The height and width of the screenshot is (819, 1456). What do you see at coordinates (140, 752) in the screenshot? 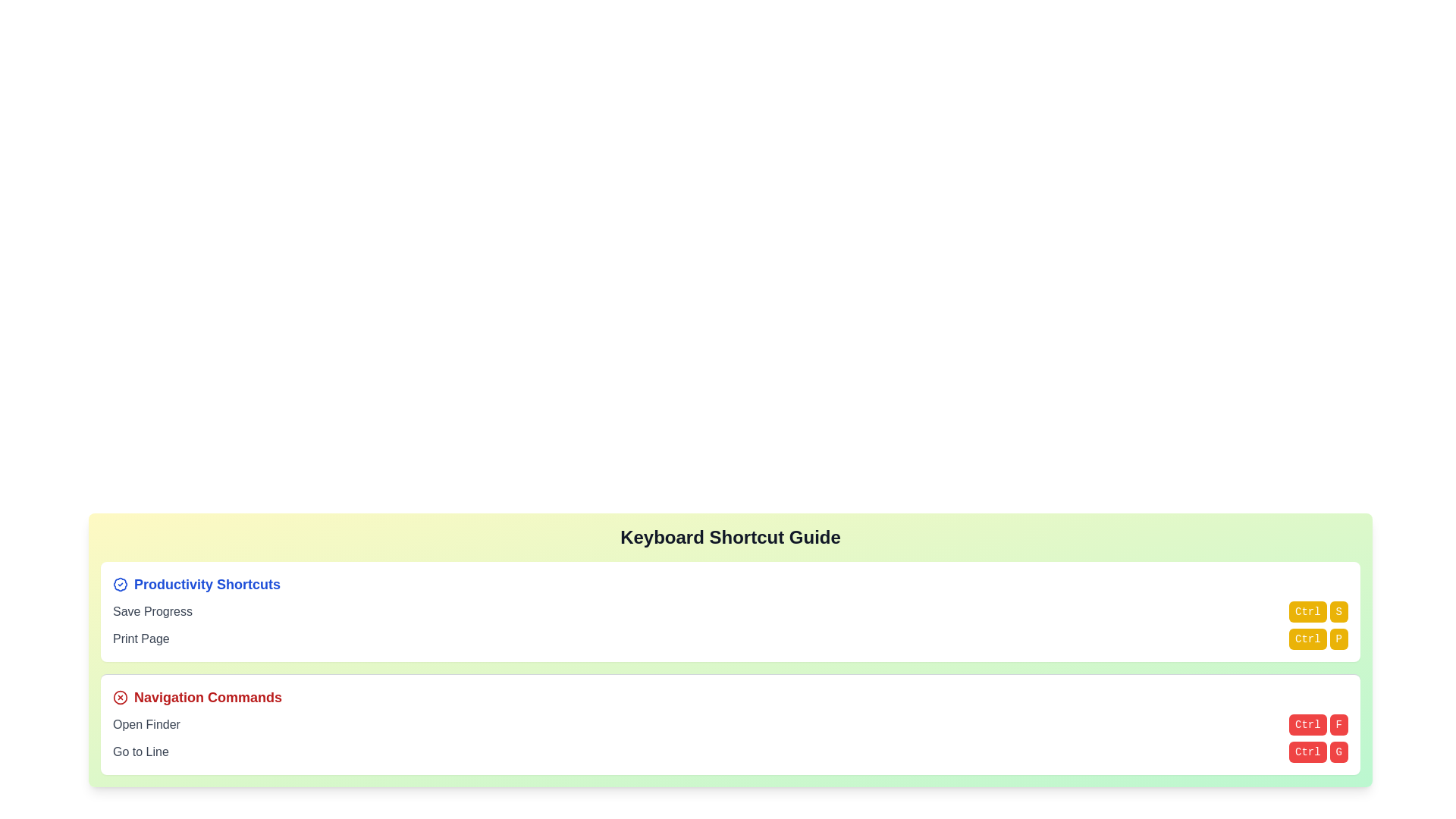
I see `the 'Go to Line' text label, which is displayed in dark gray below the 'Navigation Commands' header` at bounding box center [140, 752].